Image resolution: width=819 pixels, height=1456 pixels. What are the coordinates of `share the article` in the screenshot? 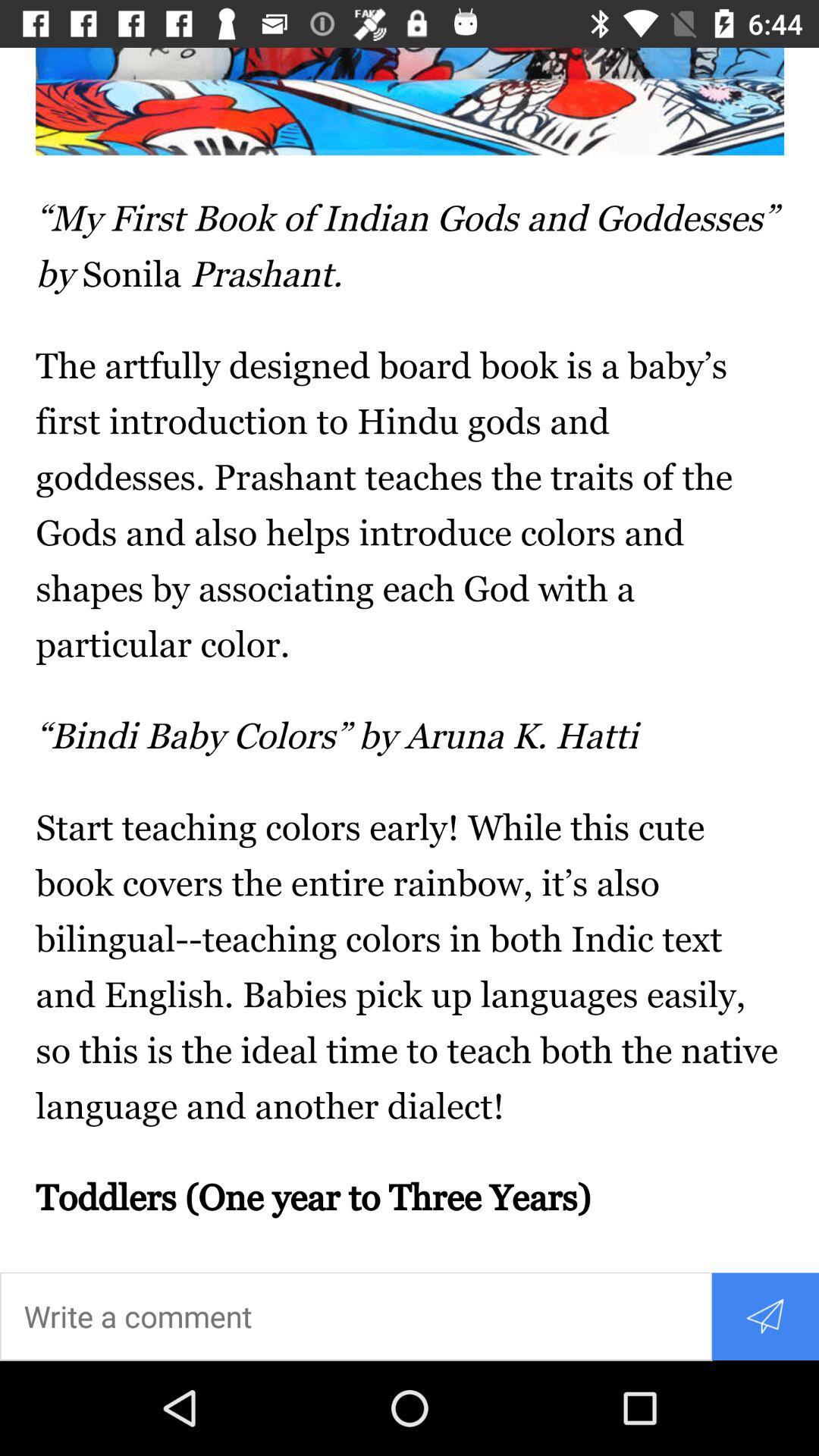 It's located at (765, 1315).